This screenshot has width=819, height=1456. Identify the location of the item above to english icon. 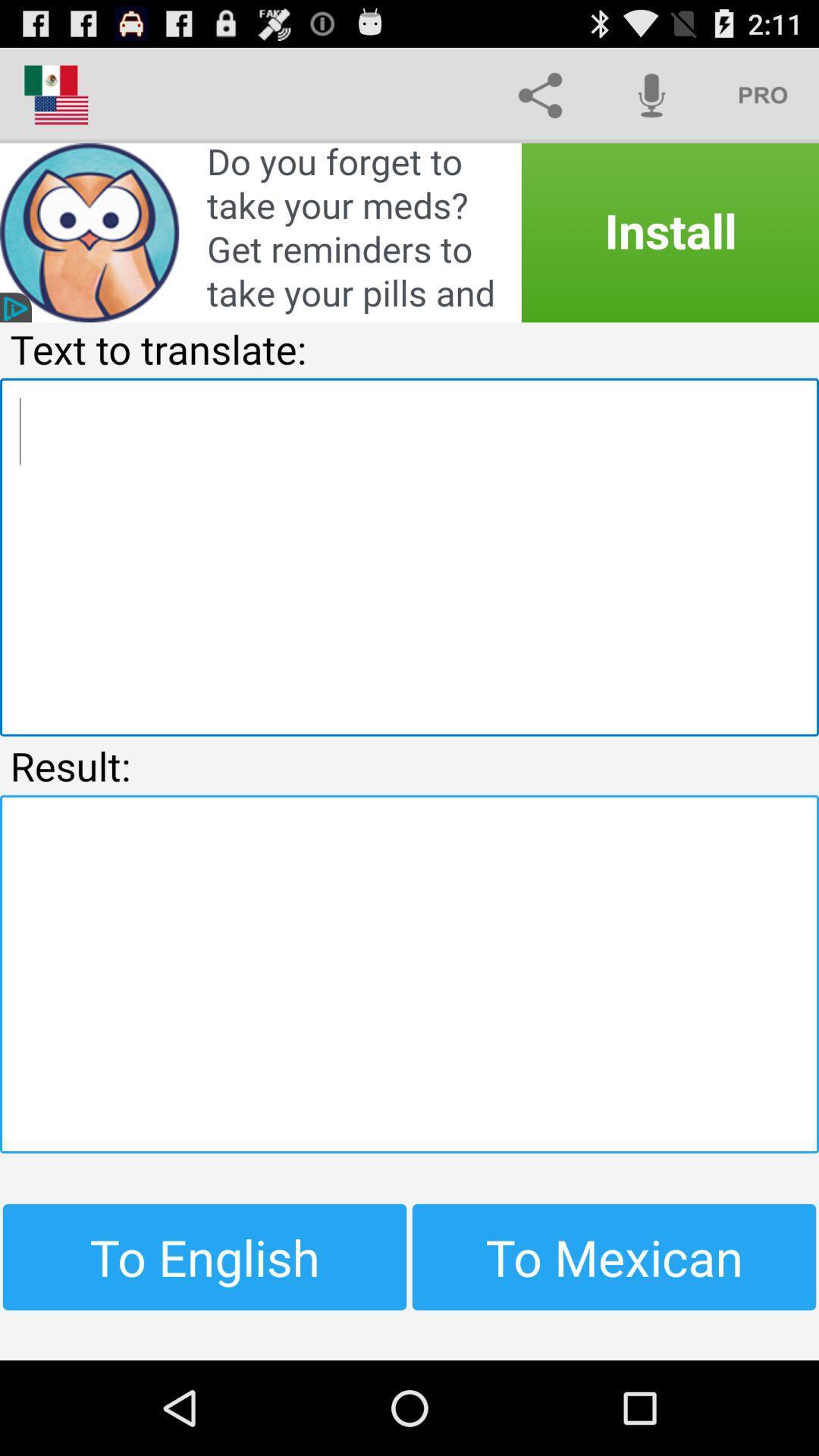
(409, 974).